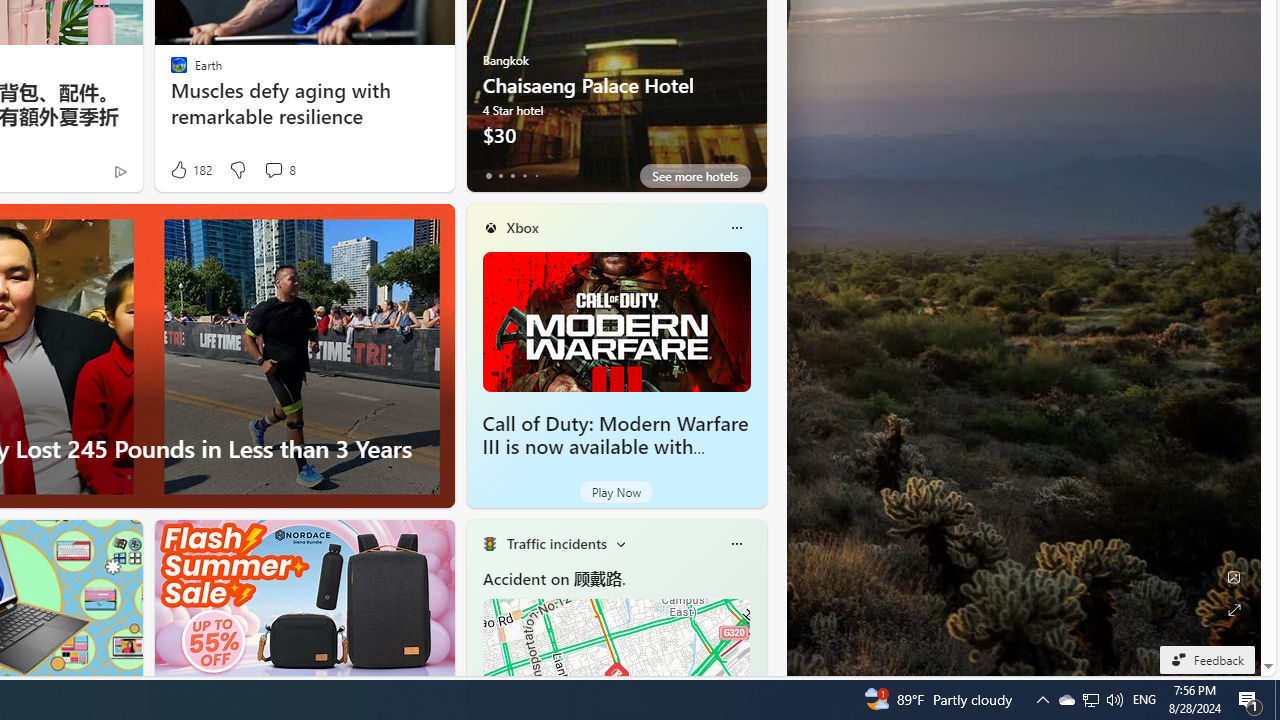 The image size is (1280, 720). What do you see at coordinates (615, 492) in the screenshot?
I see `'Play Now'` at bounding box center [615, 492].